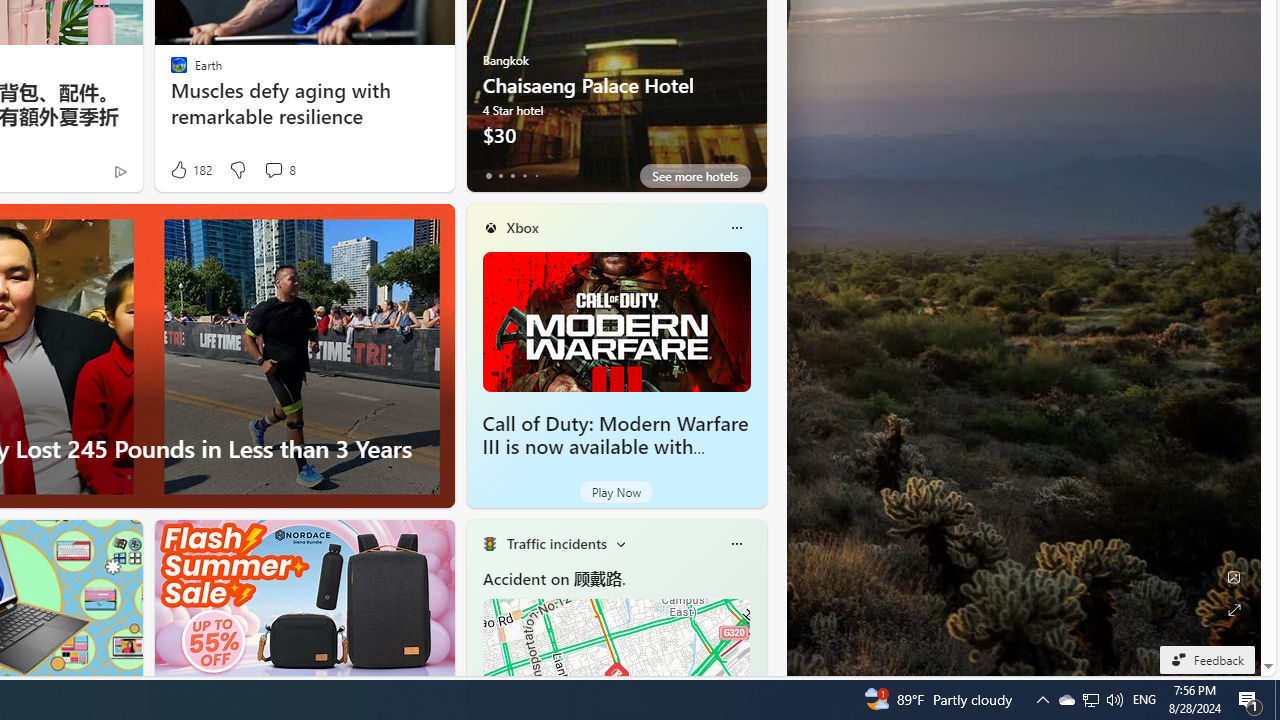 The image size is (1280, 720). What do you see at coordinates (615, 492) in the screenshot?
I see `'Play Now'` at bounding box center [615, 492].